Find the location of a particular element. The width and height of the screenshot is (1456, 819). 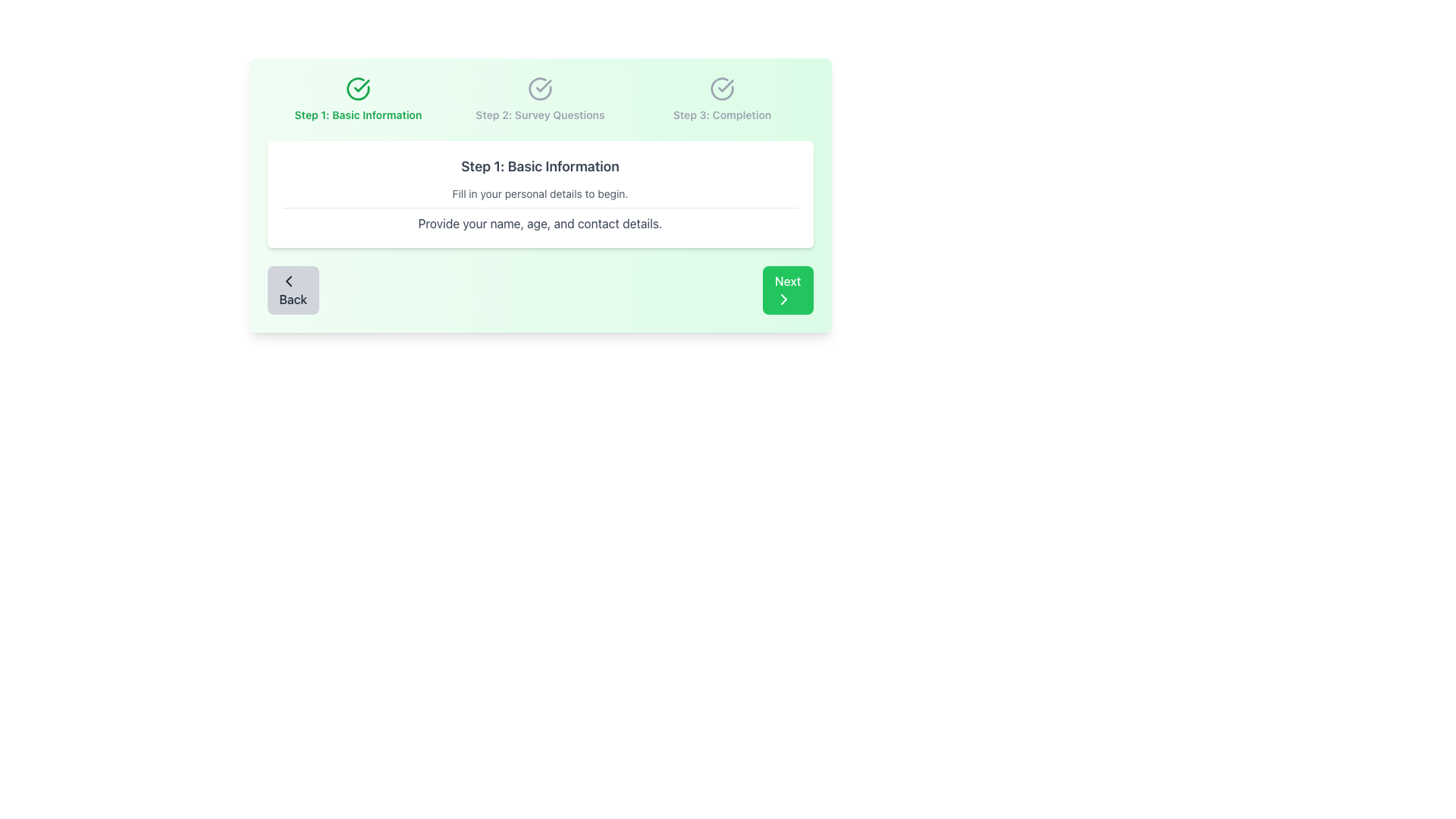

the chevron icon located within the green 'Next' button in the bottom-right corner of the navigation interface is located at coordinates (783, 299).